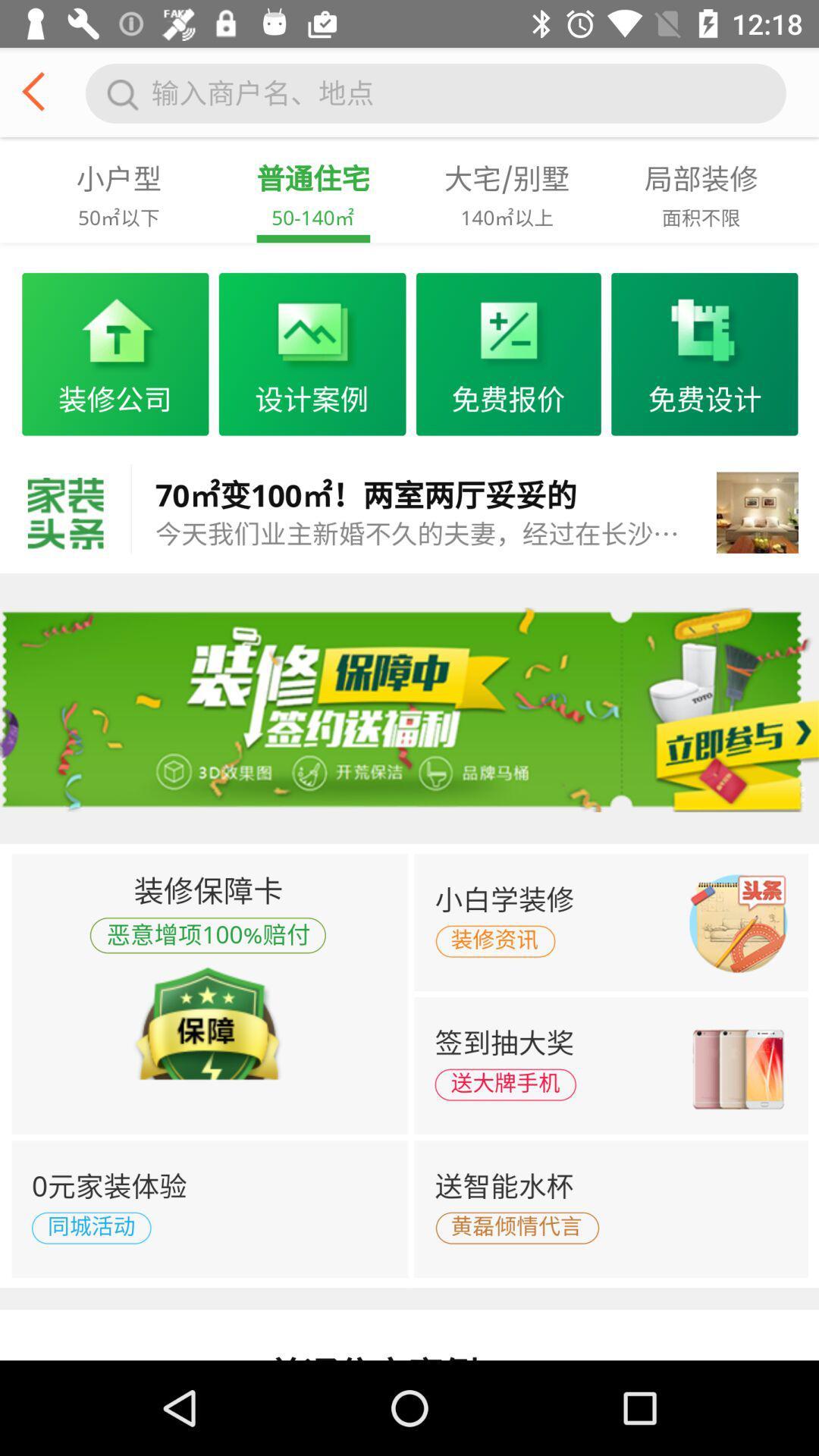 The height and width of the screenshot is (1456, 819). What do you see at coordinates (39, 96) in the screenshot?
I see `the arrow_backward icon` at bounding box center [39, 96].